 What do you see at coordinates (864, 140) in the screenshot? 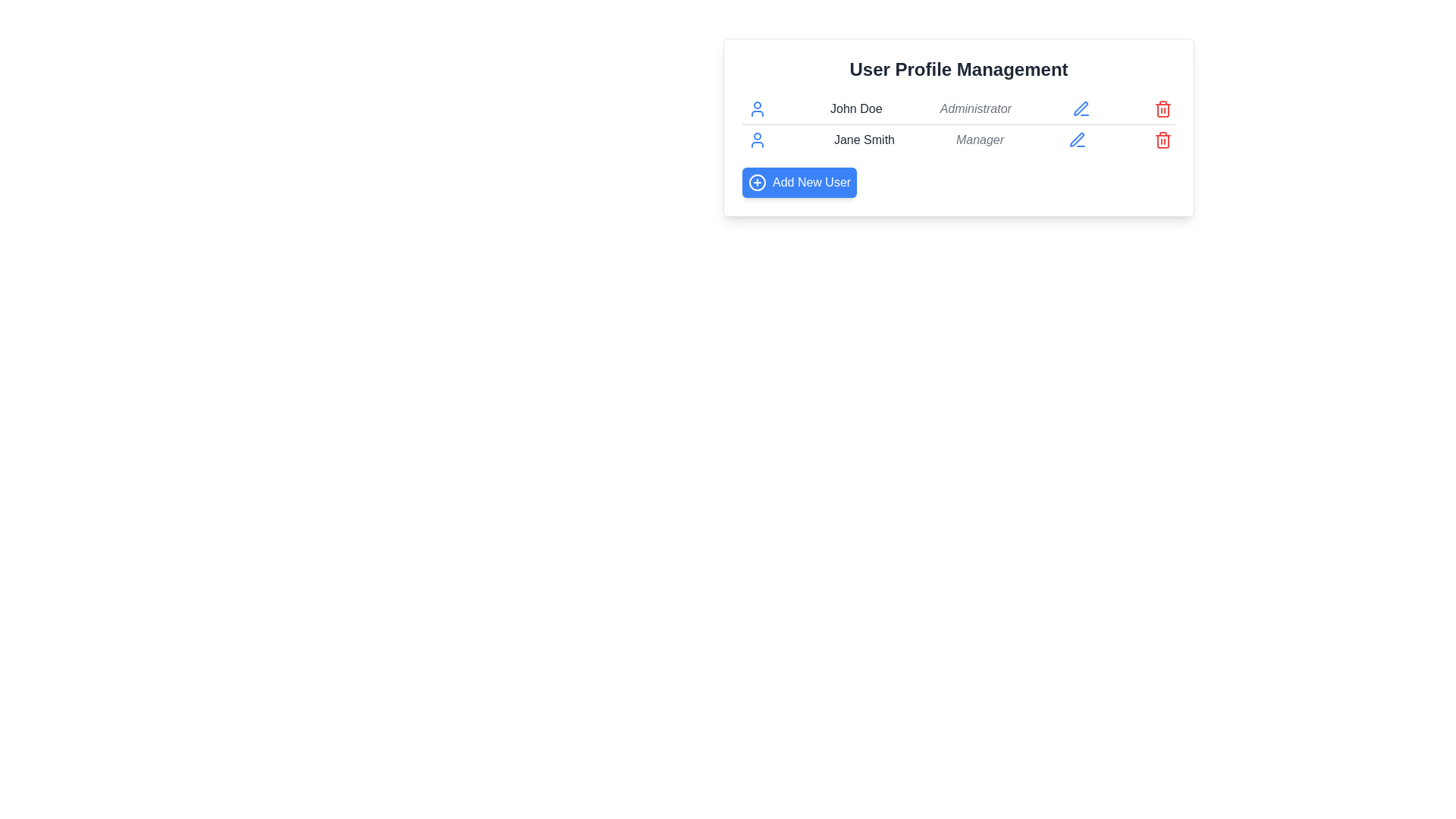
I see `the static text label displaying the user name 'Jane Smith' in the user profile management section, located in the second row of the user profile list` at bounding box center [864, 140].